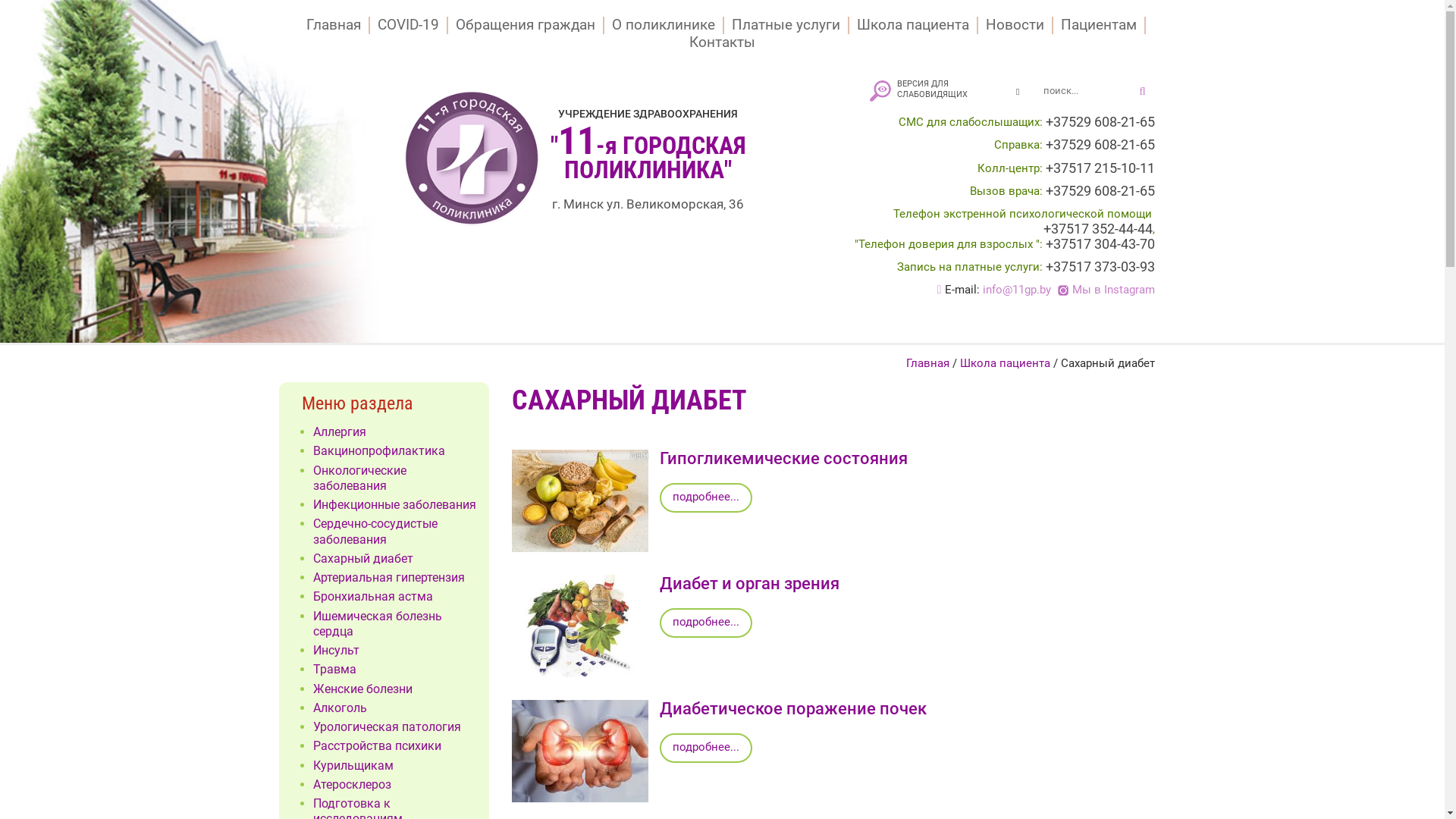  I want to click on '+37517 373-03-93', so click(1099, 265).